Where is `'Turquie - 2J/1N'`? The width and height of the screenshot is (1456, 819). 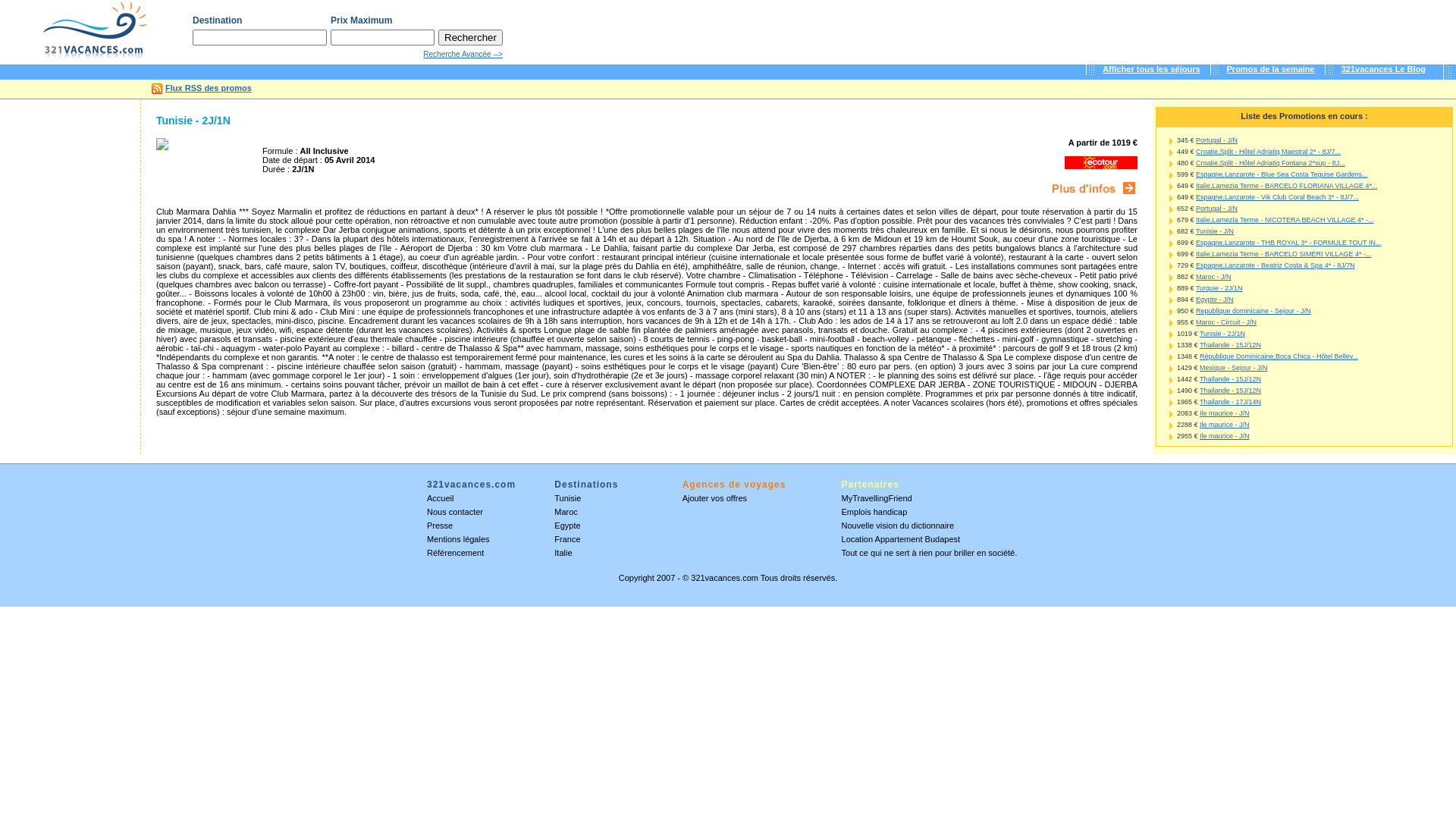 'Turquie - 2J/1N' is located at coordinates (1195, 288).